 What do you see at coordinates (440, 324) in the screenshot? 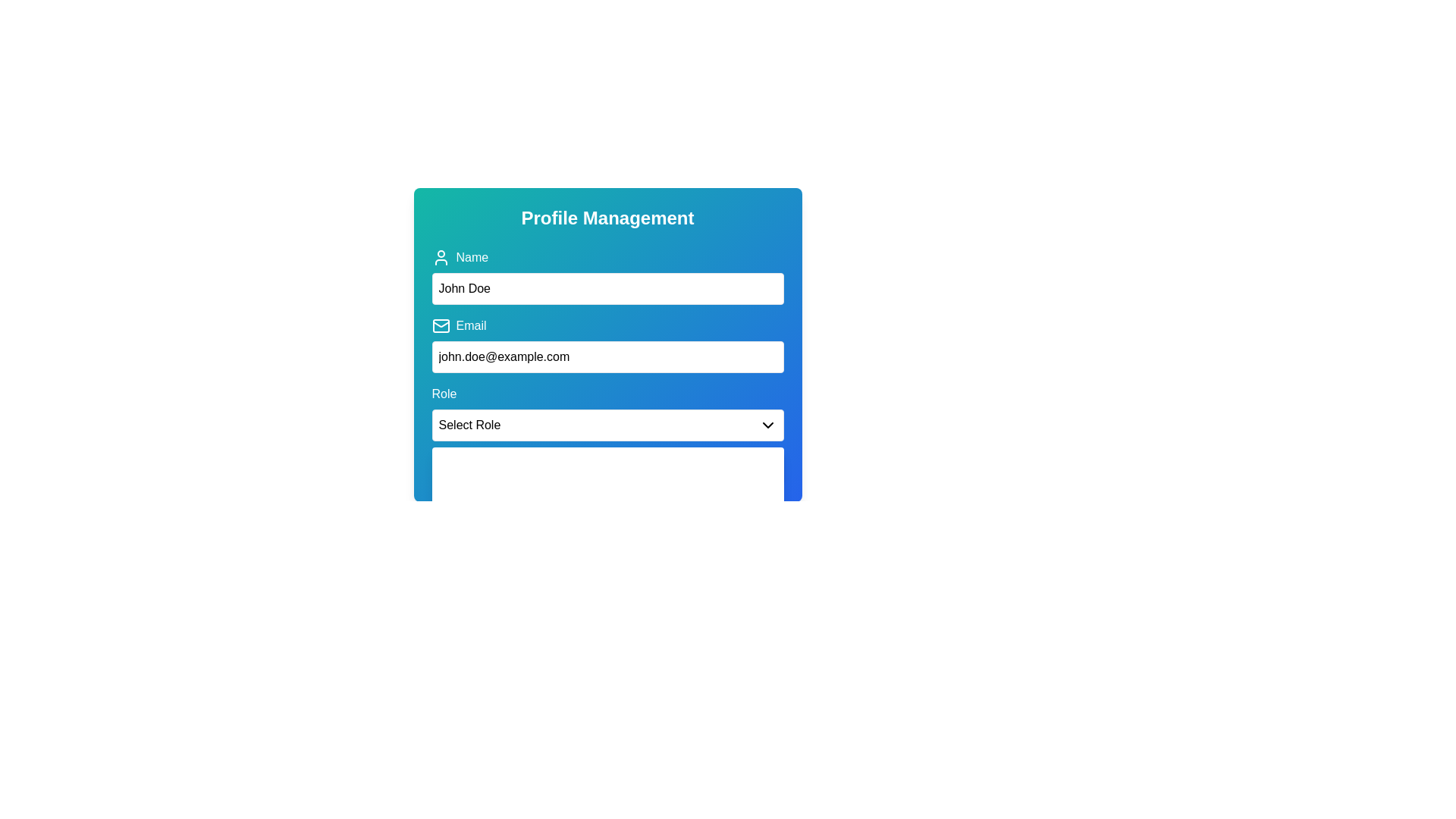
I see `the interior curved line at the top of the envelope icon located to the left of the 'Email' label in the 'Profile Management' form` at bounding box center [440, 324].